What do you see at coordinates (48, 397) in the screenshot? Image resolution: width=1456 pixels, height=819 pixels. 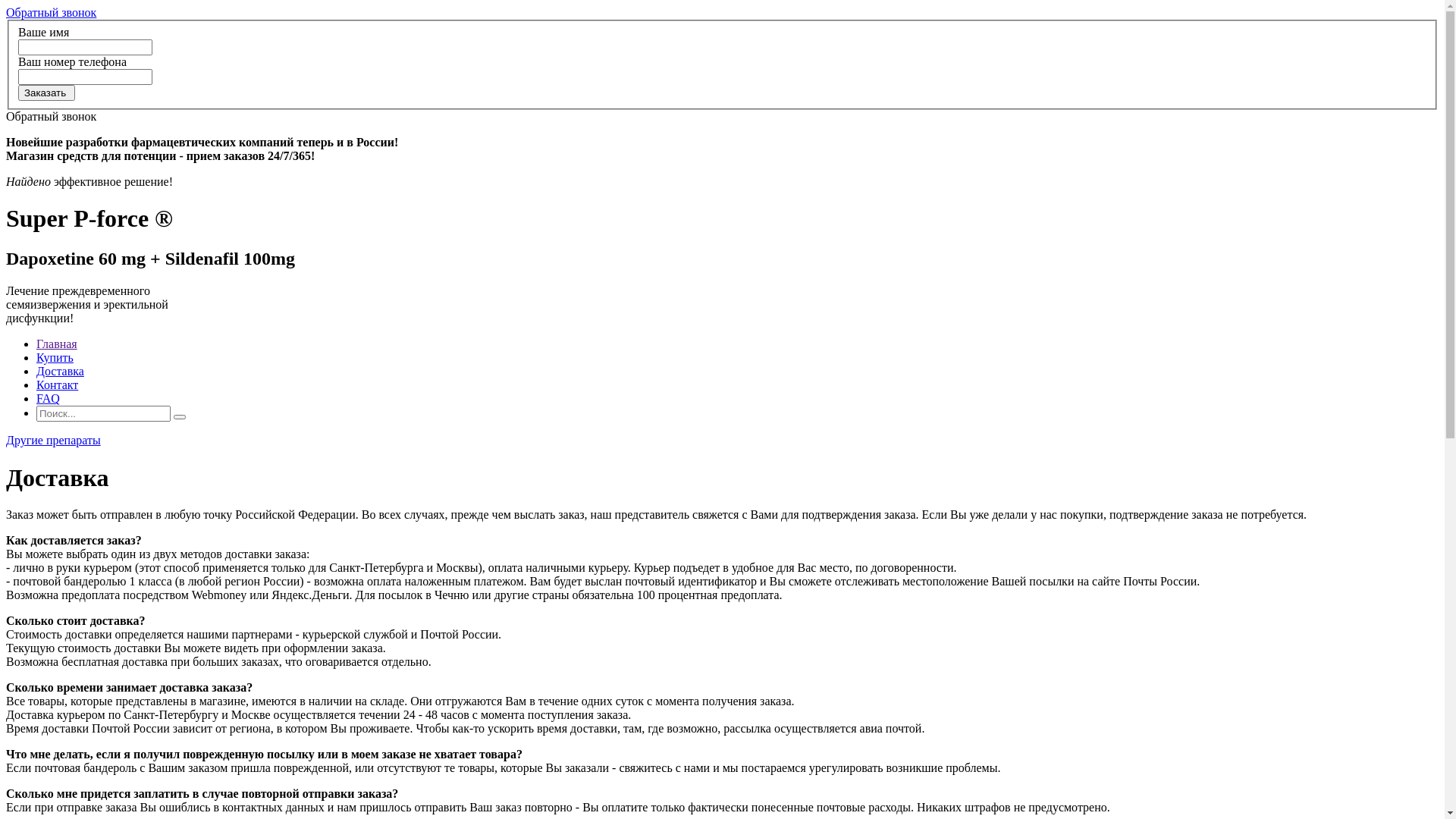 I see `'FAQ'` at bounding box center [48, 397].